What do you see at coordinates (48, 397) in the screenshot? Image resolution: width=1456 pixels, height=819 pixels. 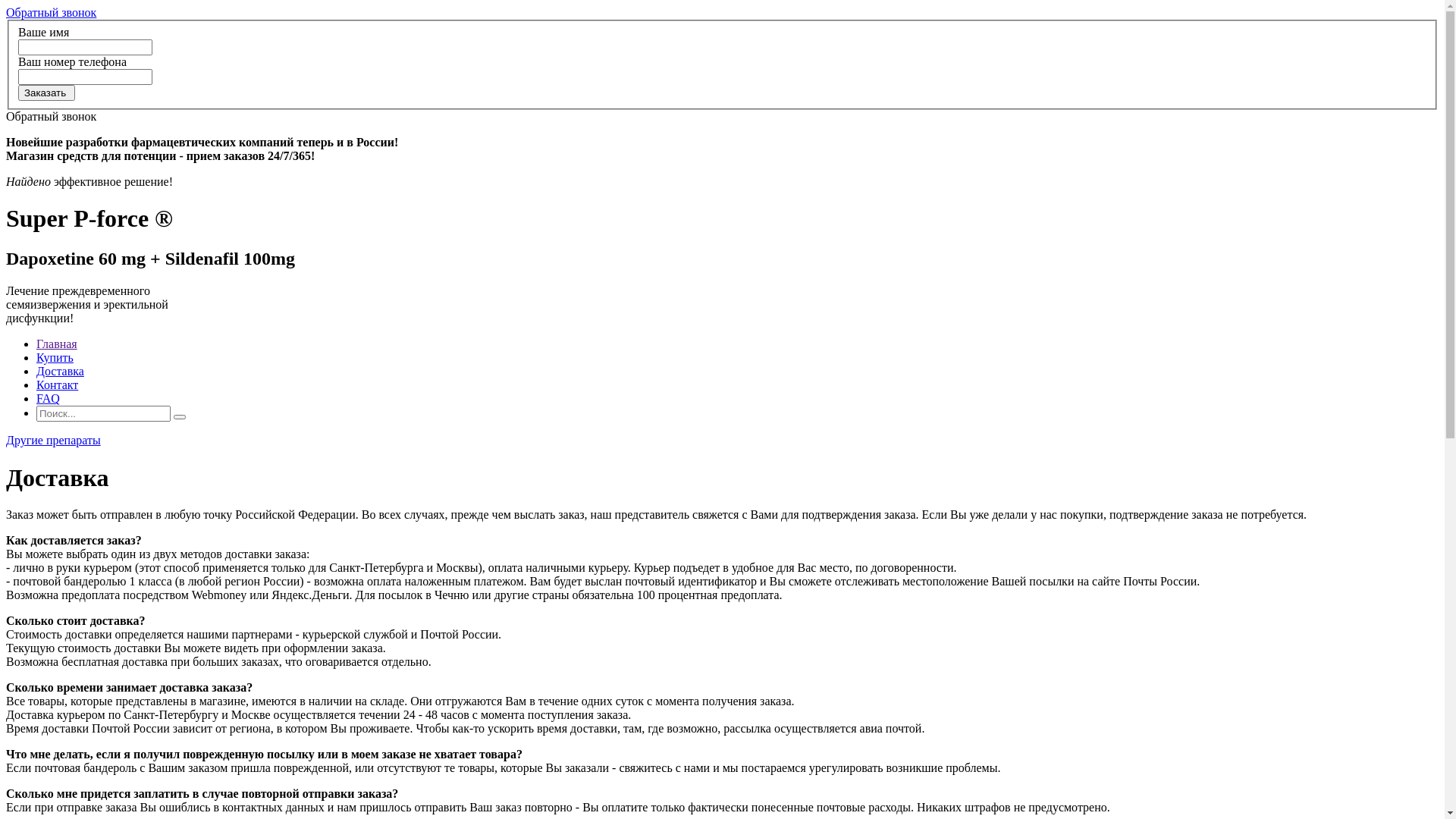 I see `'FAQ'` at bounding box center [48, 397].